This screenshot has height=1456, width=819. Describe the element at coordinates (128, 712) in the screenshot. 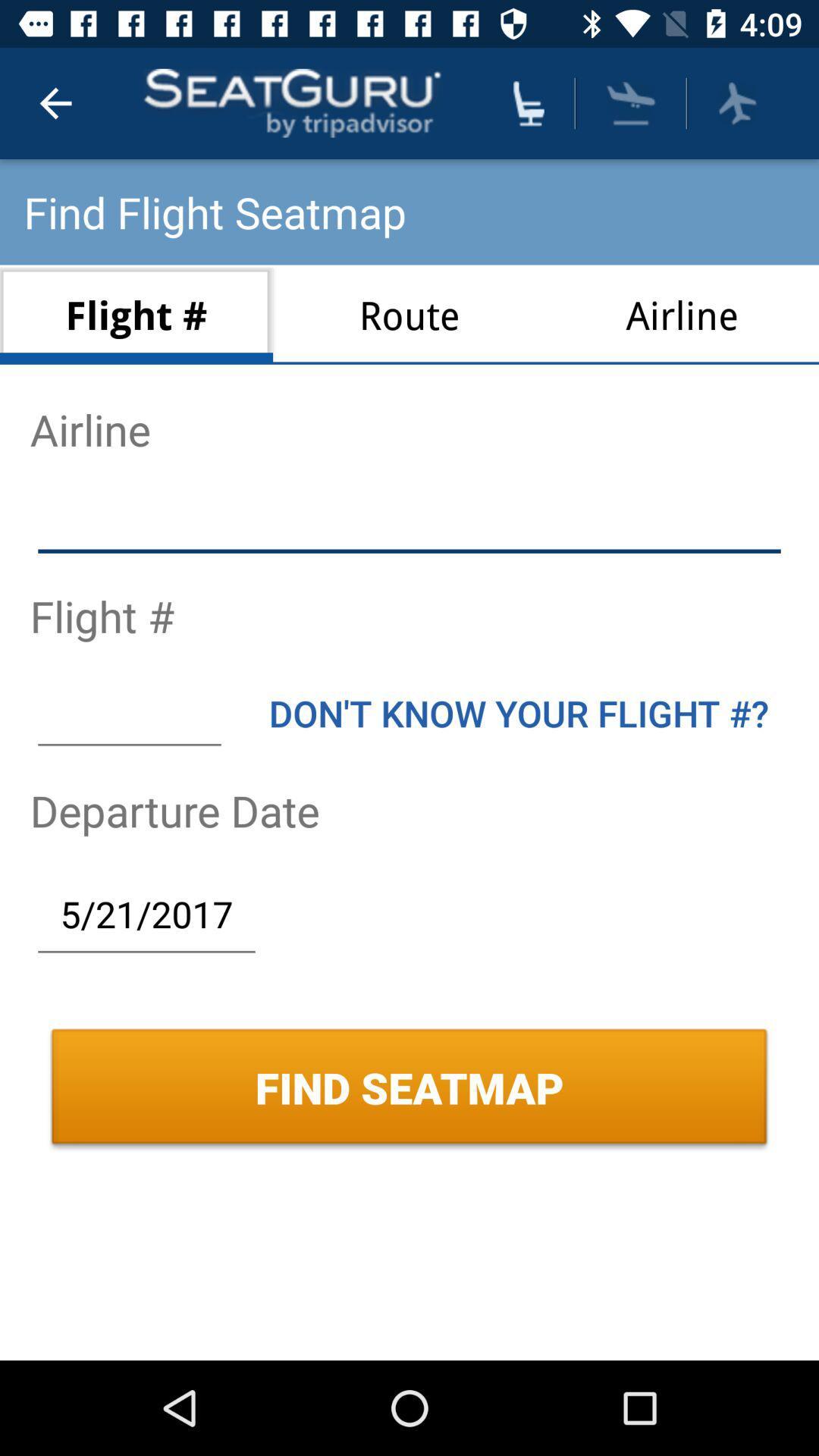

I see `type the text bar` at that location.